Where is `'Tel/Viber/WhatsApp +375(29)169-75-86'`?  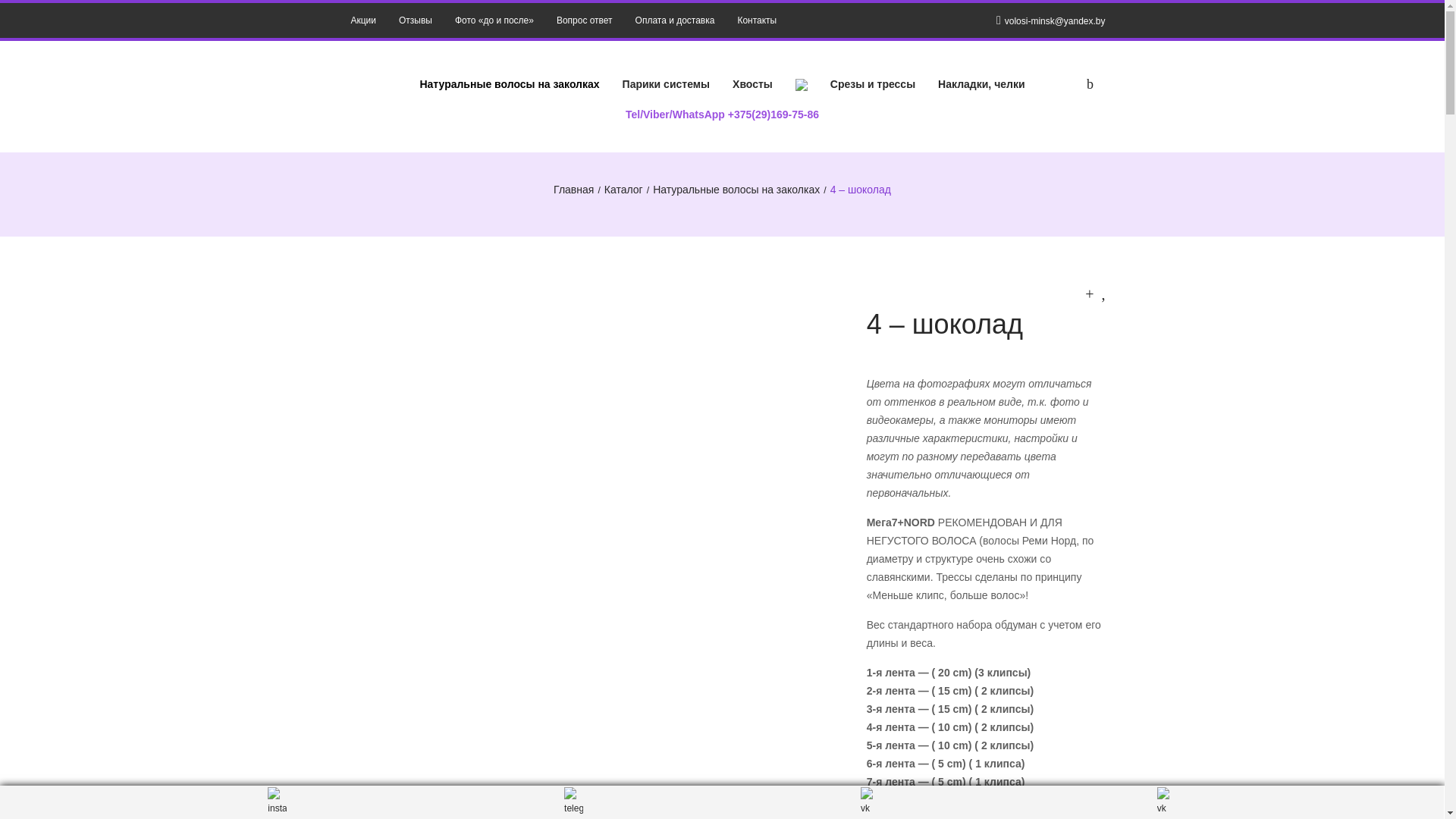 'Tel/Viber/WhatsApp +375(29)169-75-86' is located at coordinates (721, 113).